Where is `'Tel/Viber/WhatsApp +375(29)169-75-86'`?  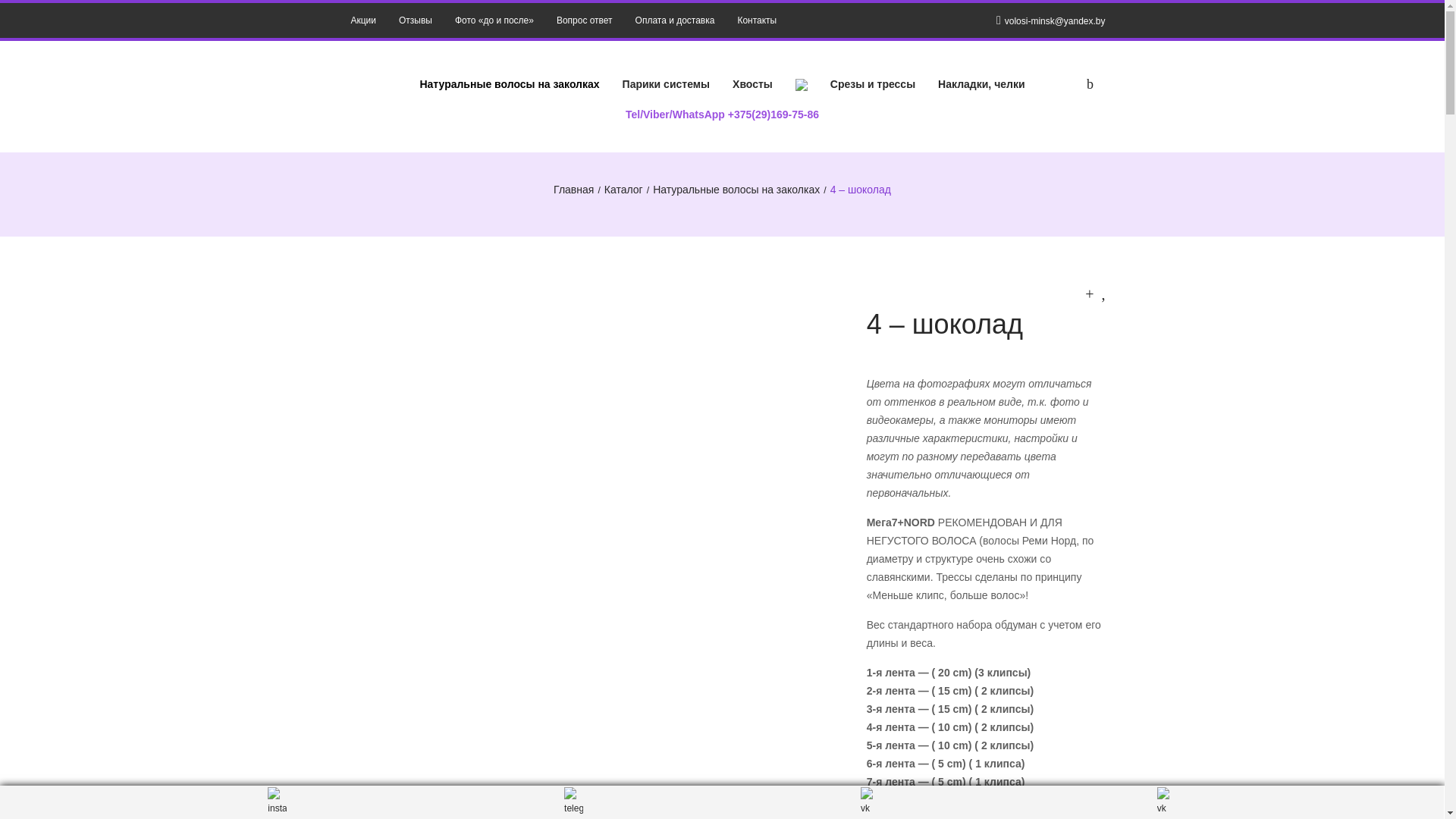 'Tel/Viber/WhatsApp +375(29)169-75-86' is located at coordinates (721, 113).